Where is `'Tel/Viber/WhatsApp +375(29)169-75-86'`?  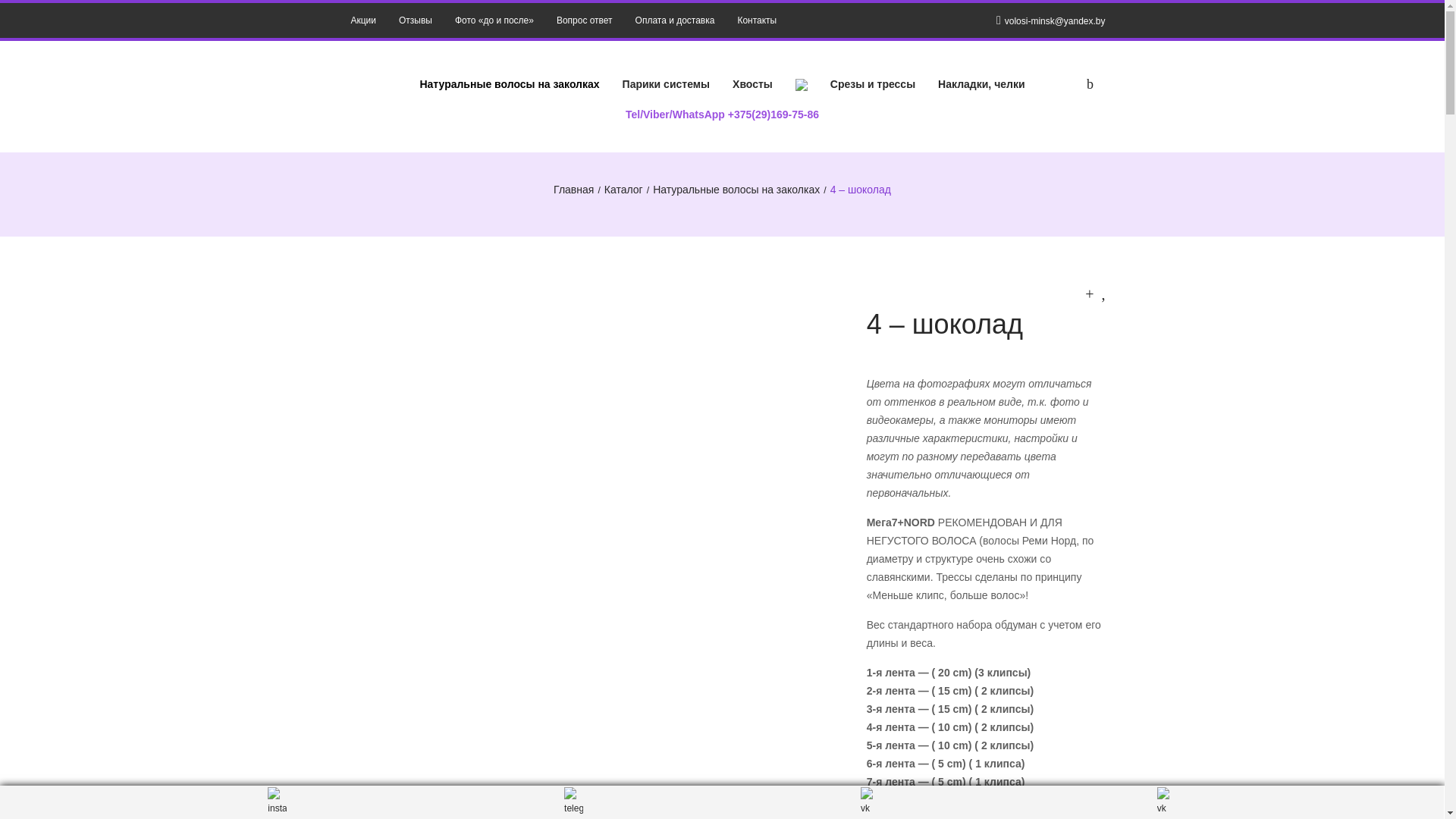 'Tel/Viber/WhatsApp +375(29)169-75-86' is located at coordinates (721, 113).